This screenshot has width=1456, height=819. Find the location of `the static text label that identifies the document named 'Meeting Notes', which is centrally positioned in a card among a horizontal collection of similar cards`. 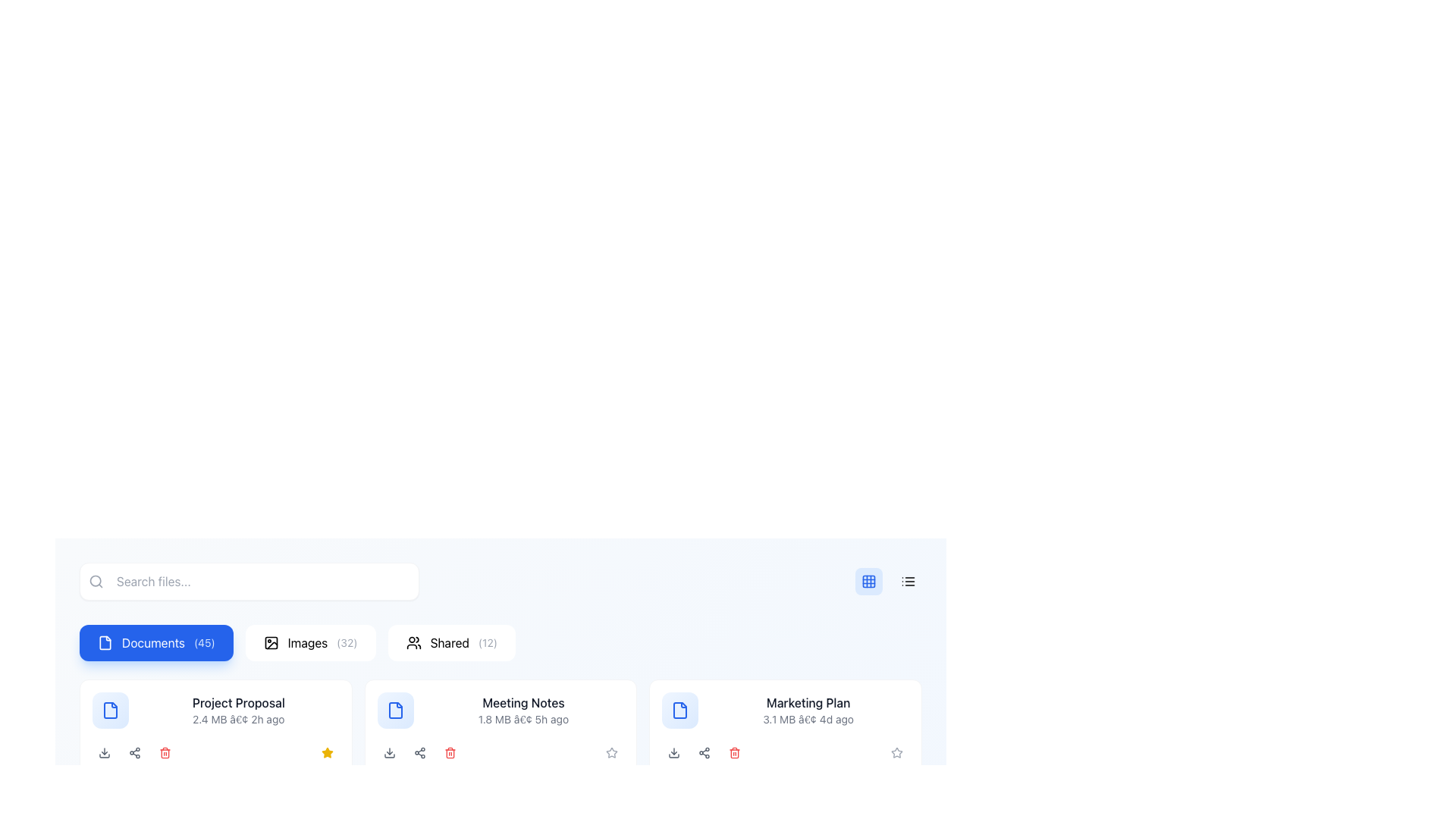

the static text label that identifies the document named 'Meeting Notes', which is centrally positioned in a card among a horizontal collection of similar cards is located at coordinates (523, 702).